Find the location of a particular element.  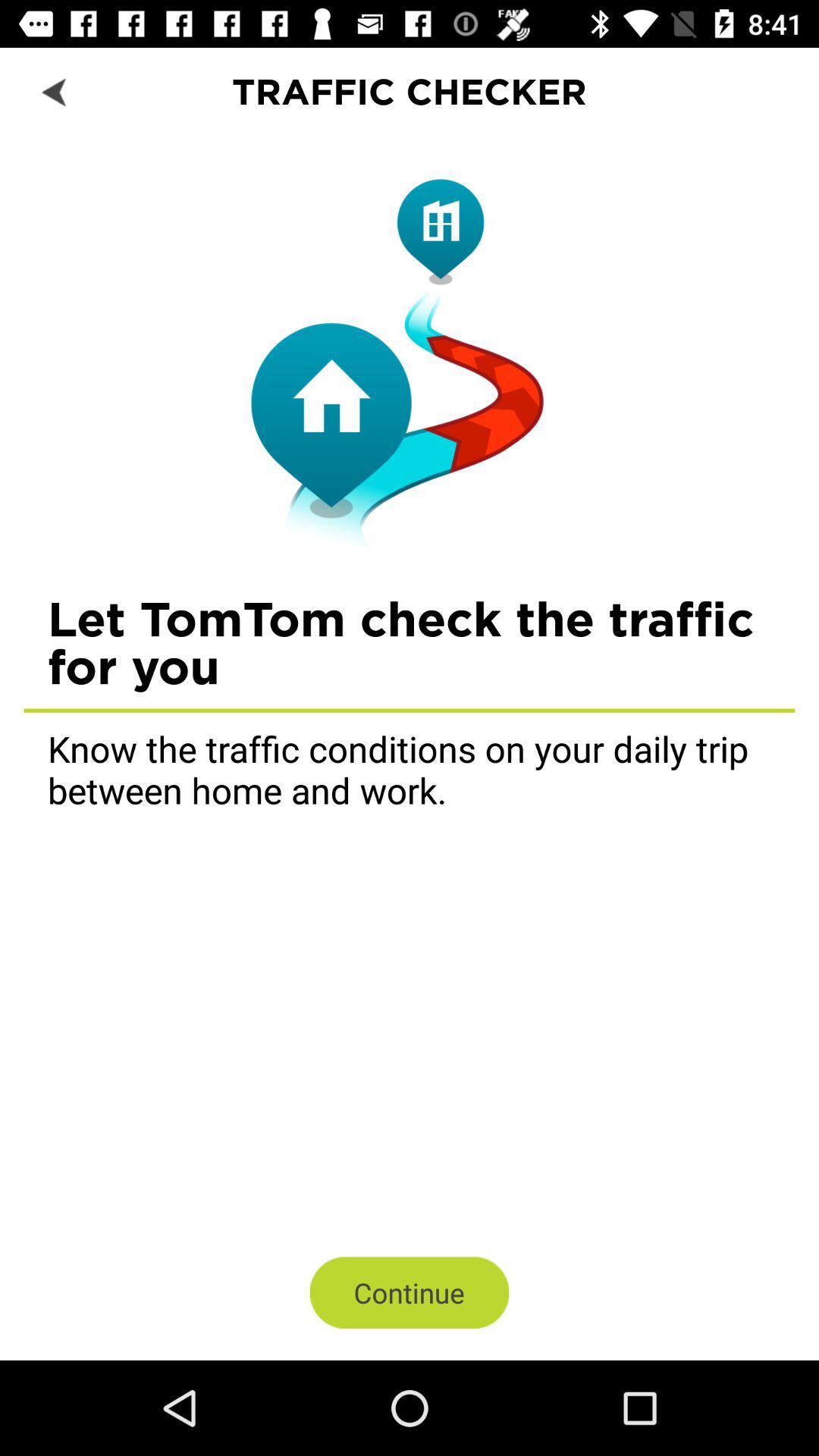

item at the top left corner is located at coordinates (55, 90).